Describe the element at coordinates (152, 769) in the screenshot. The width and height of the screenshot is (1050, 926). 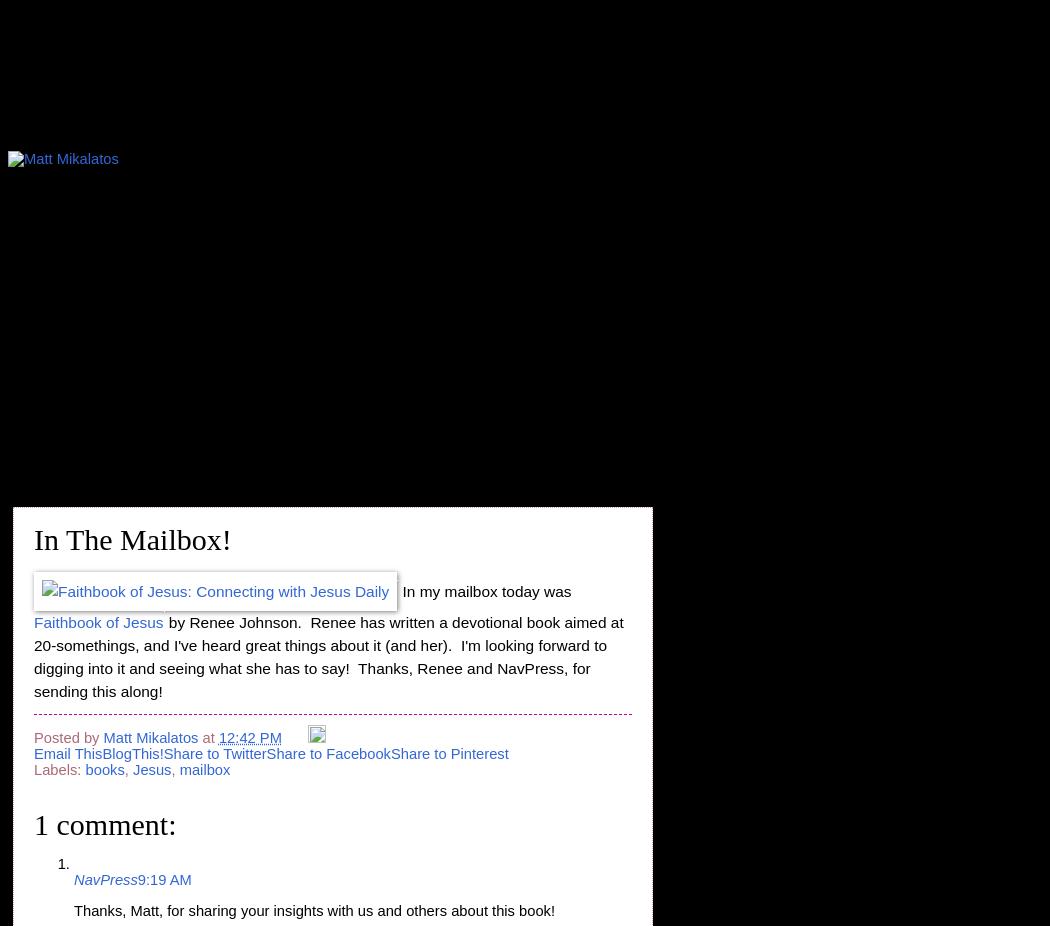
I see `'Jesus'` at that location.